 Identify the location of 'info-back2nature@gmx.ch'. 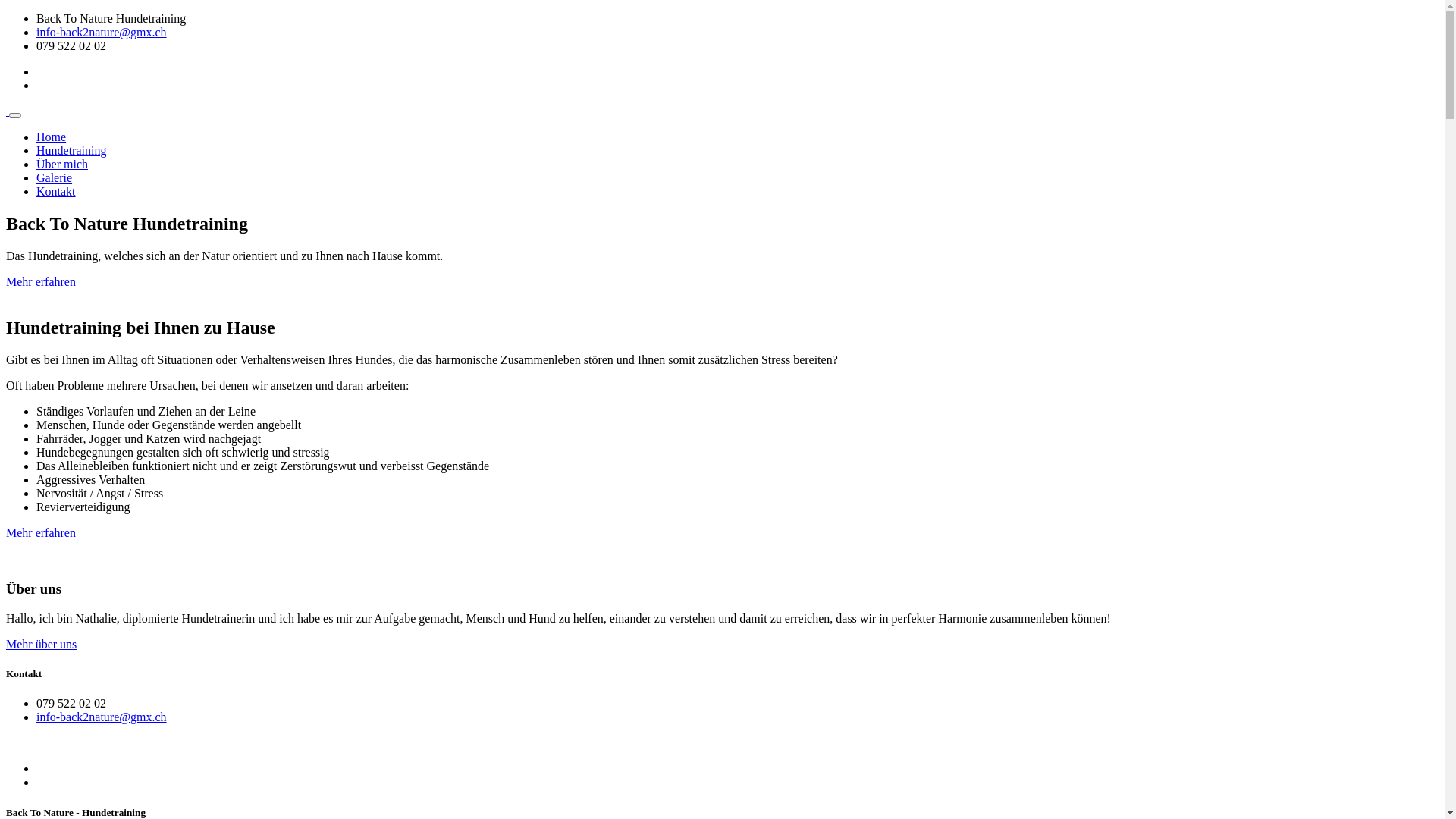
(36, 717).